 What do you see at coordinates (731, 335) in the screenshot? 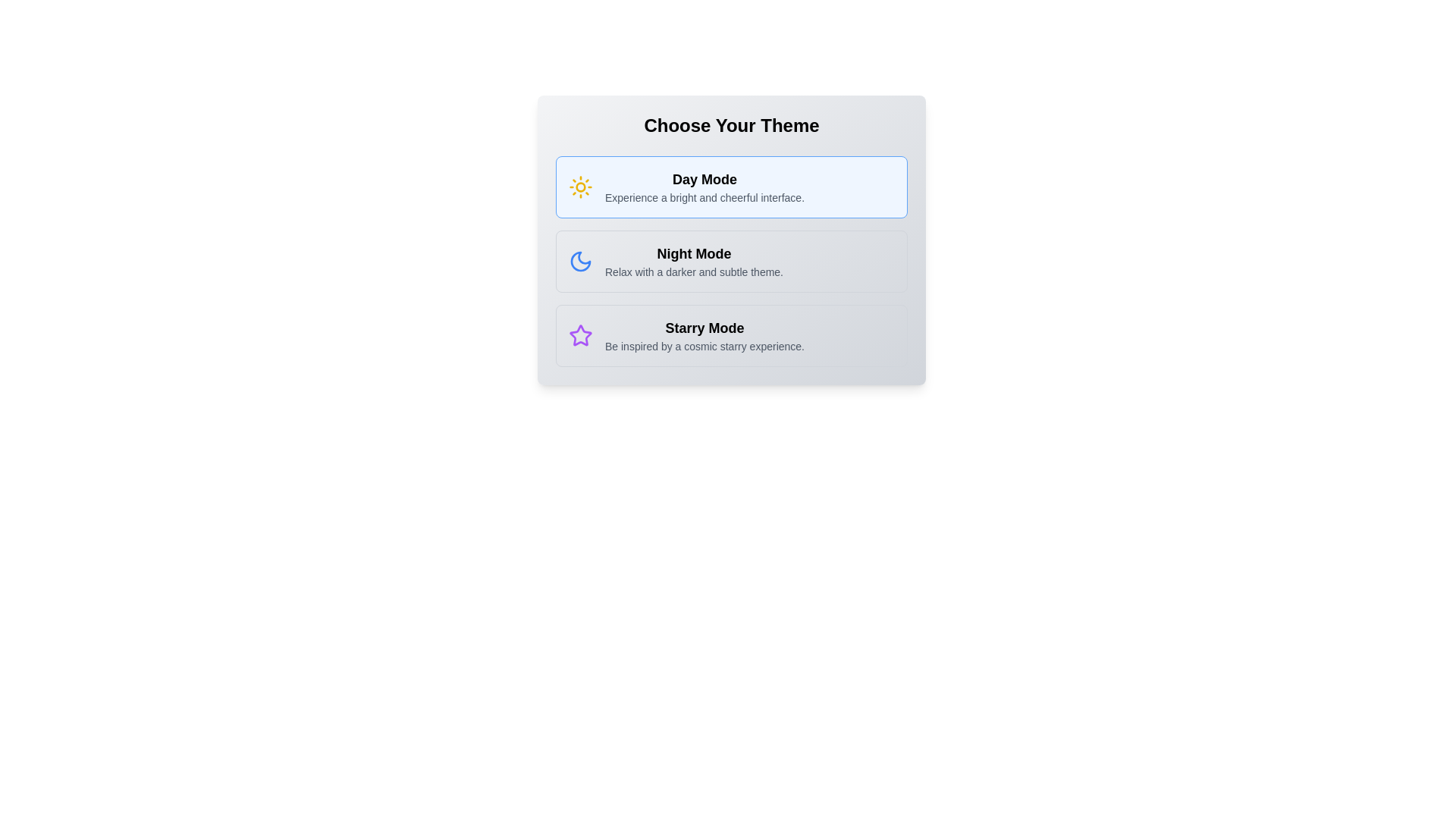
I see `the 'Starry Mode' theme option informative card, which is the third card in a vertical arrangement of three options` at bounding box center [731, 335].